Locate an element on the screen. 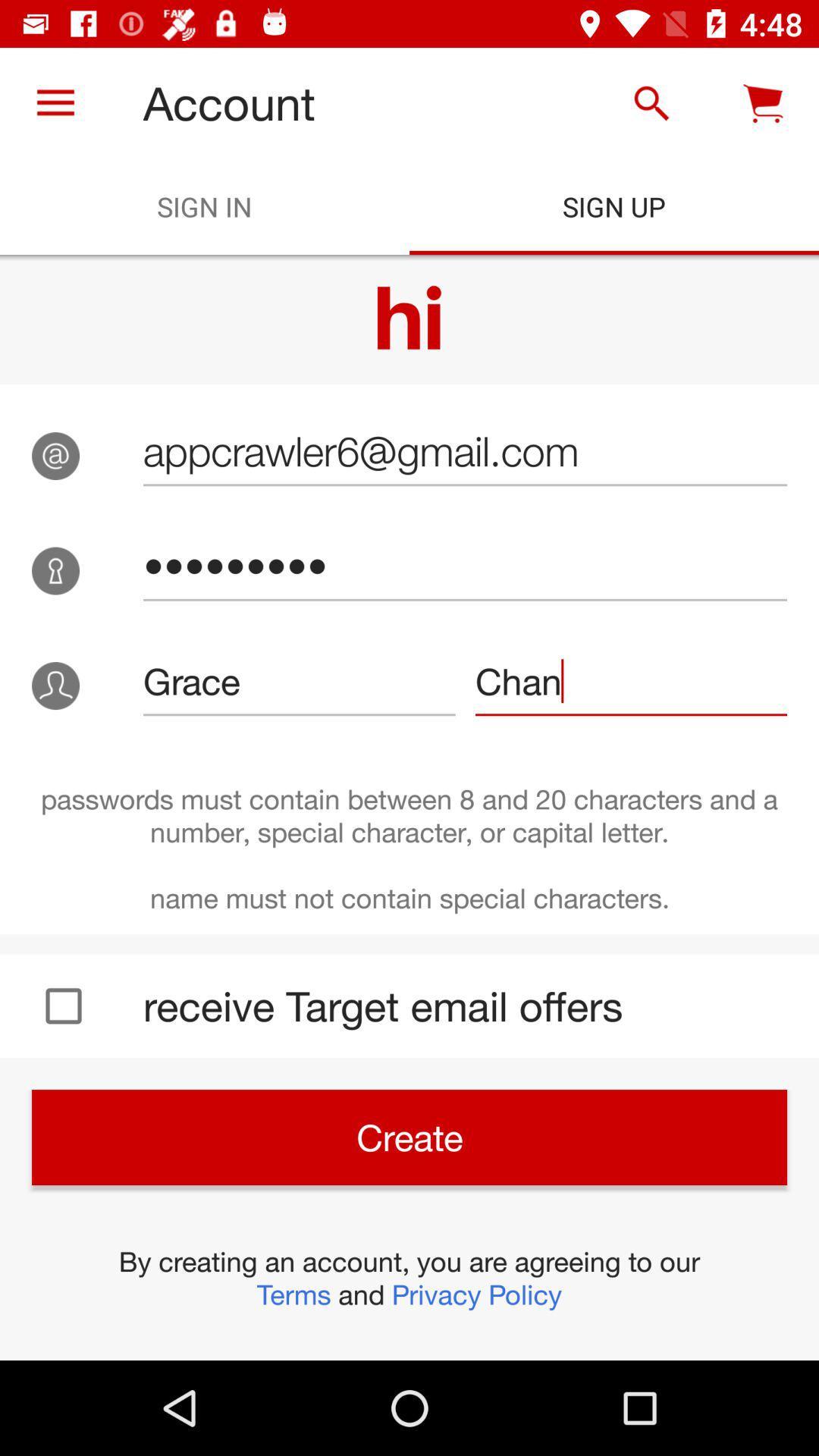  the icon to the right of grace icon is located at coordinates (631, 680).